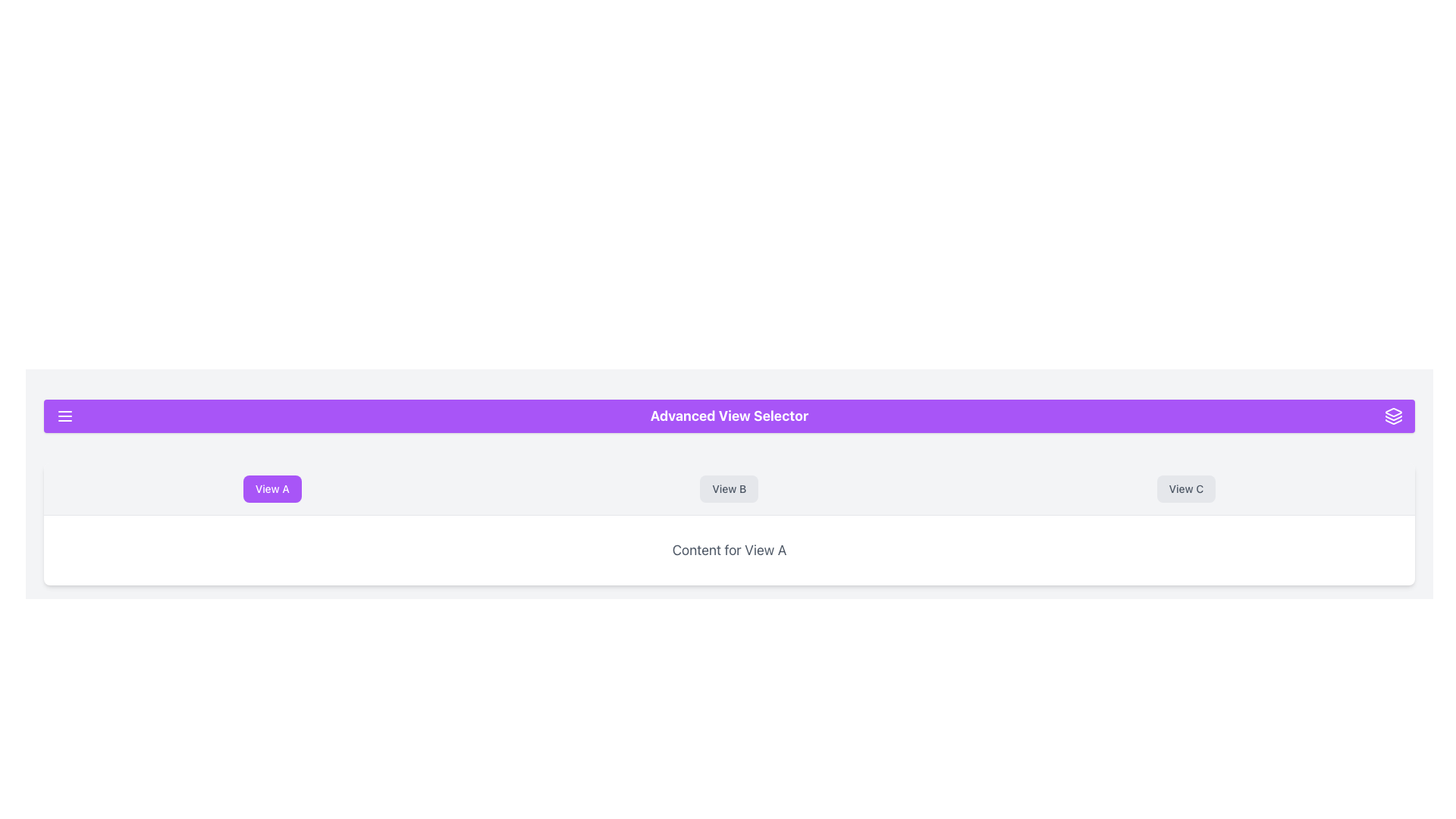 Image resolution: width=1456 pixels, height=819 pixels. I want to click on the 'View B' button, which is a rectangular button with a soft gray background, located centrally in the navigation bar below the purple header, so click(729, 488).